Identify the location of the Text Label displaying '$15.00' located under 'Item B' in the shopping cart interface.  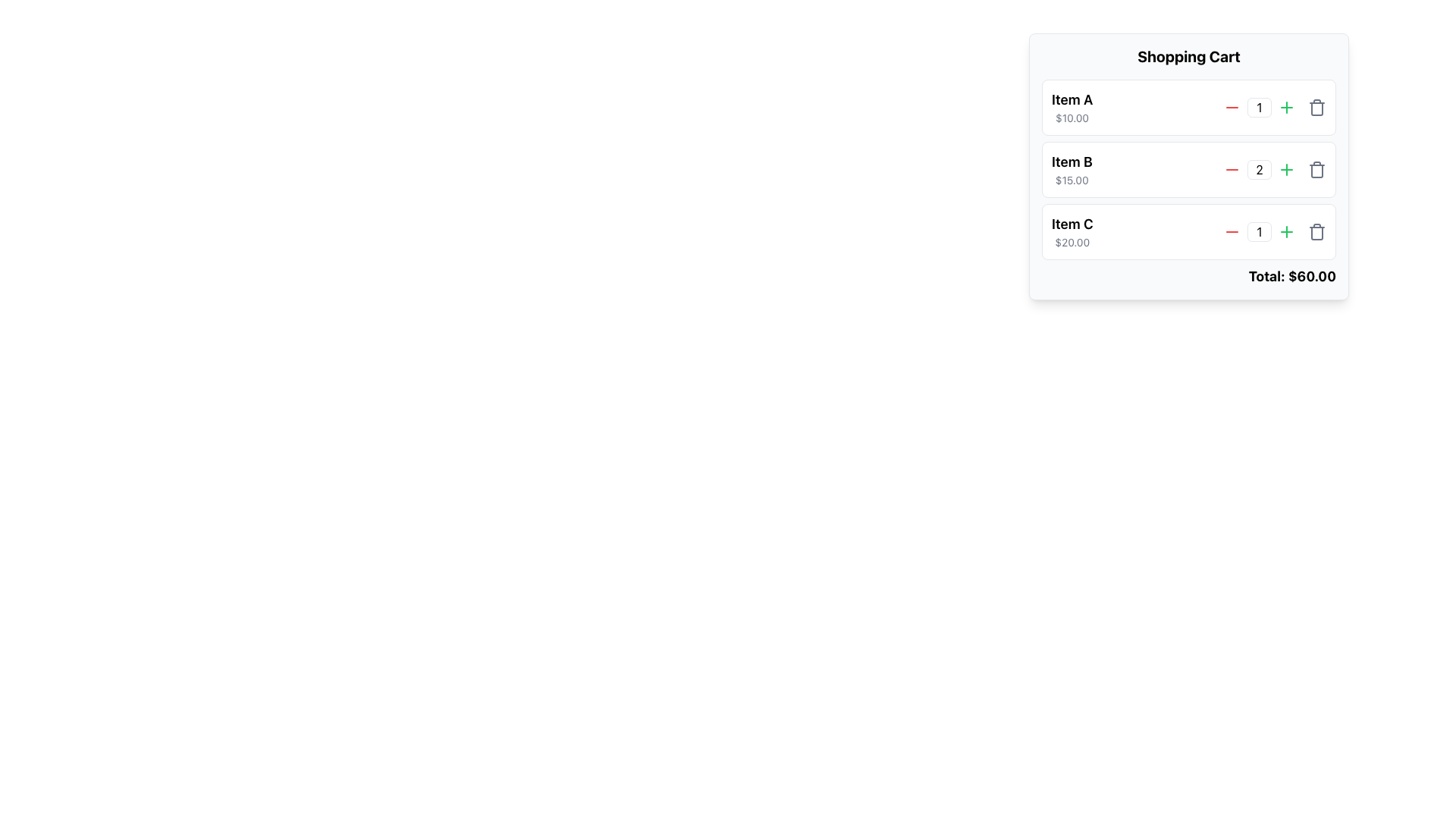
(1071, 180).